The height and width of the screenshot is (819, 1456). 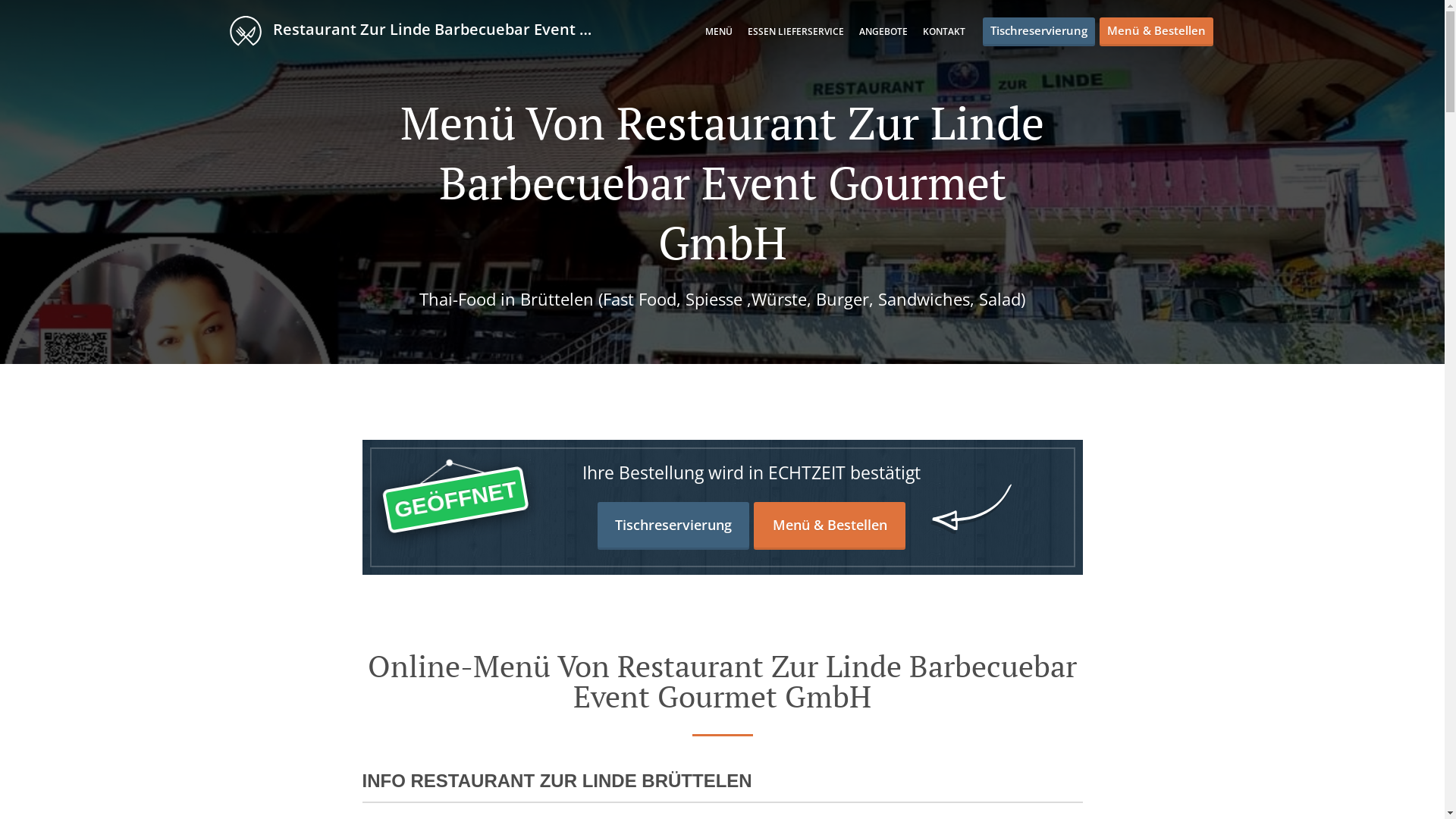 What do you see at coordinates (422, 30) in the screenshot?
I see `' Restaurant Zur Linde Barbecuebar Event Gourmet GmbH'` at bounding box center [422, 30].